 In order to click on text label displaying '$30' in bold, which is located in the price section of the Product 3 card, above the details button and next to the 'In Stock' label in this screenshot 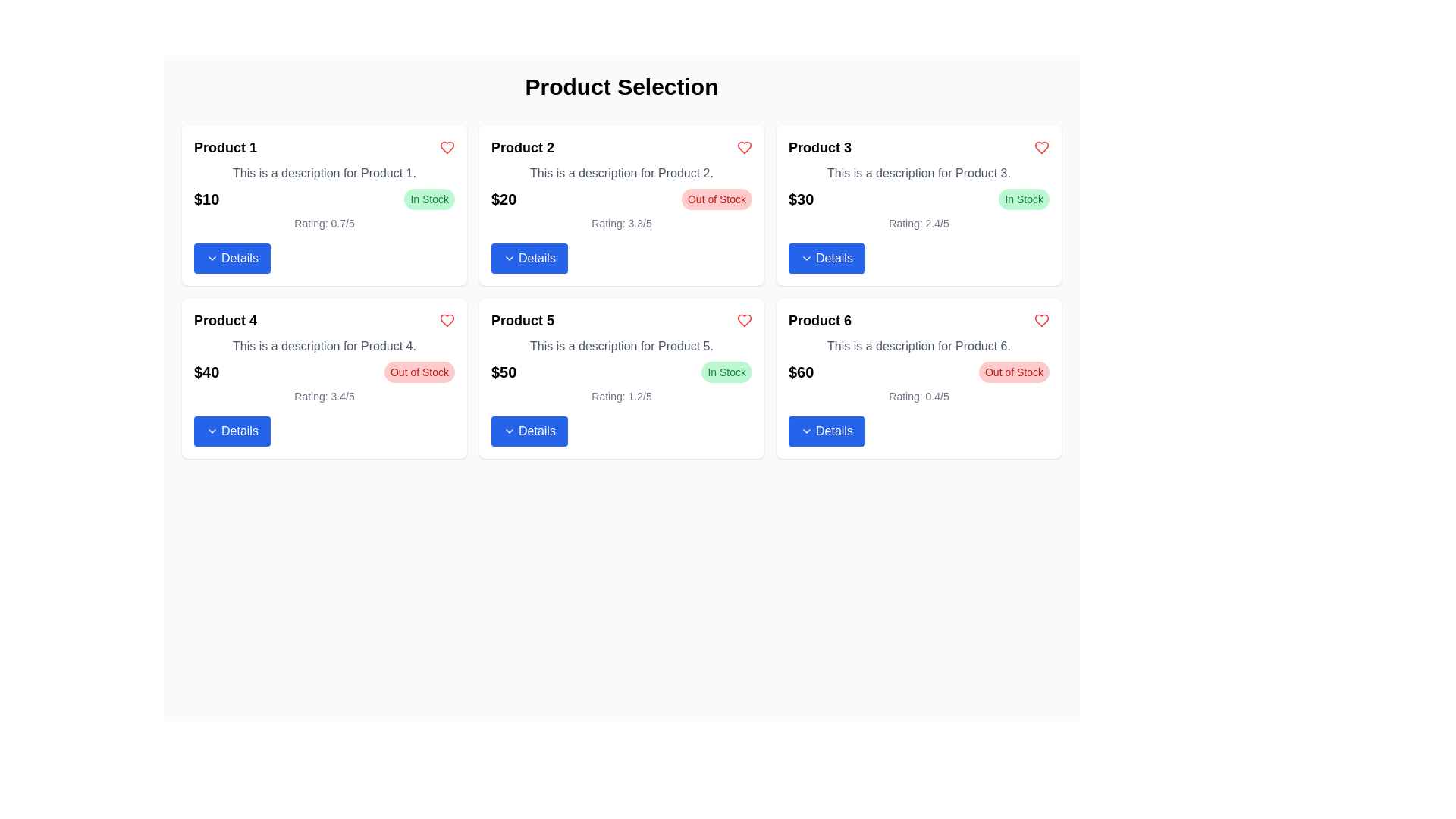, I will do `click(800, 198)`.